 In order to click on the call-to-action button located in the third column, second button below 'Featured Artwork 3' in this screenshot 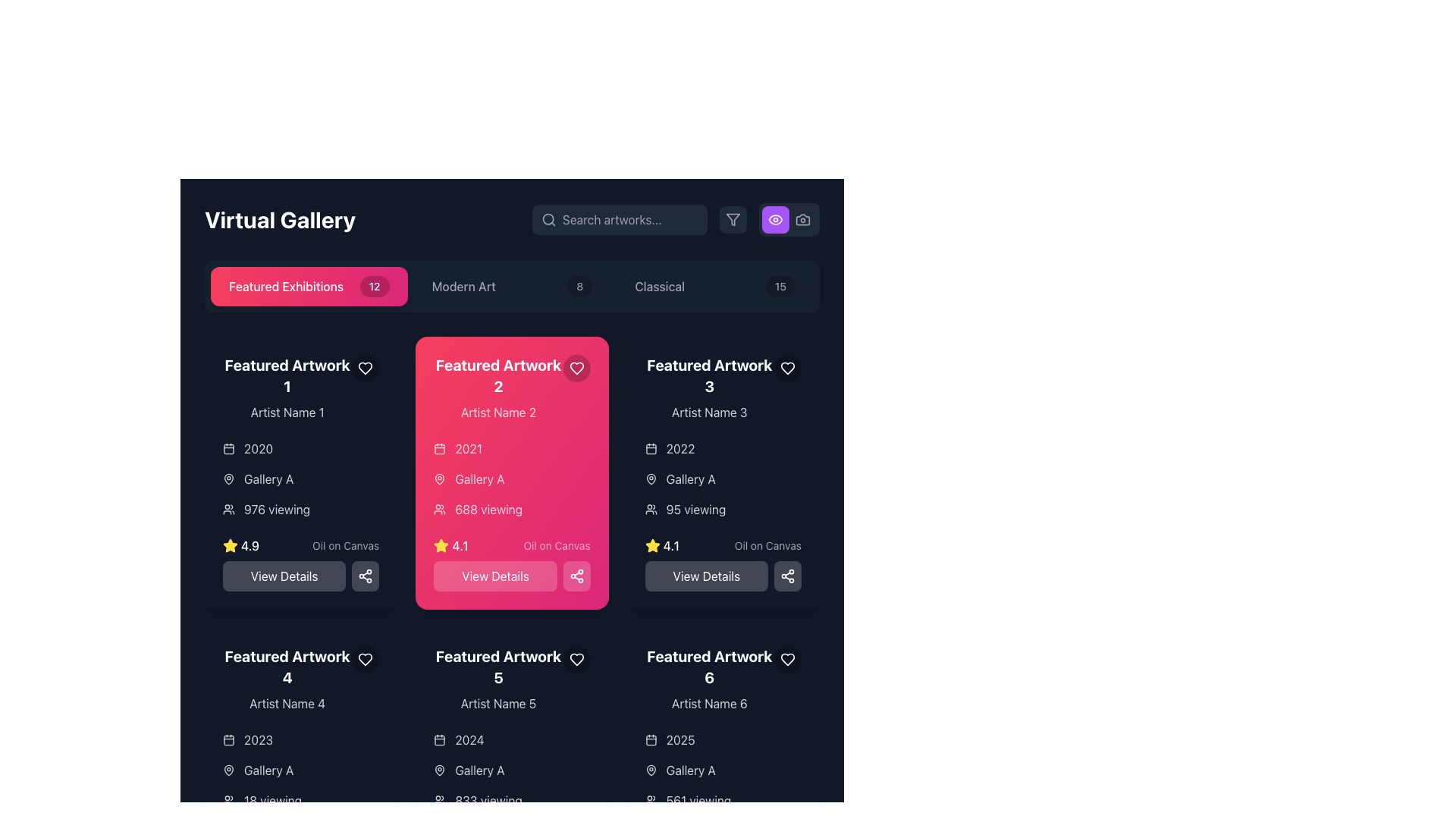, I will do `click(722, 576)`.